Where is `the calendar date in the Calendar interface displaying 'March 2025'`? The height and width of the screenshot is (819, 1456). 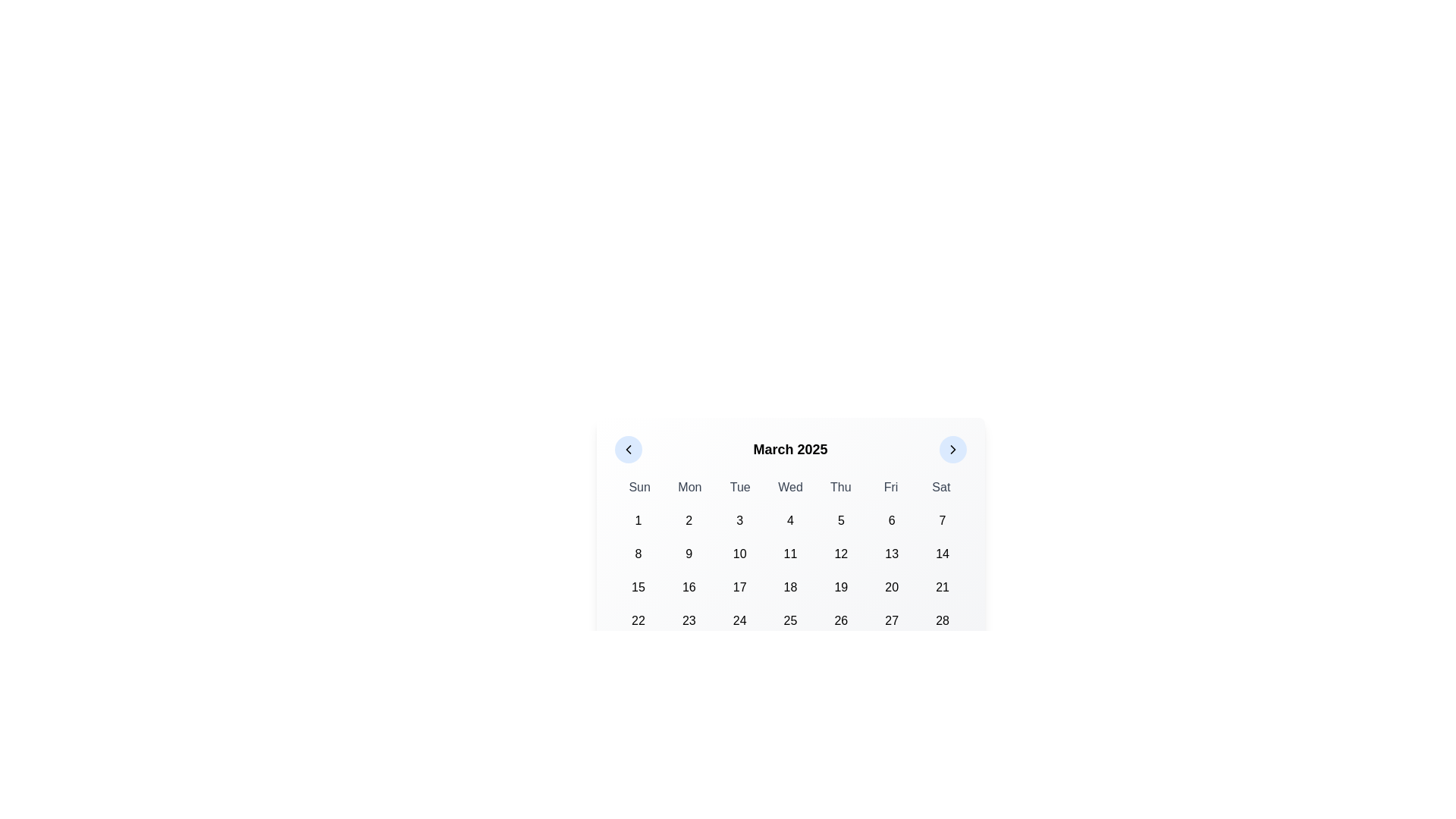
the calendar date in the Calendar interface displaying 'March 2025' is located at coordinates (789, 553).